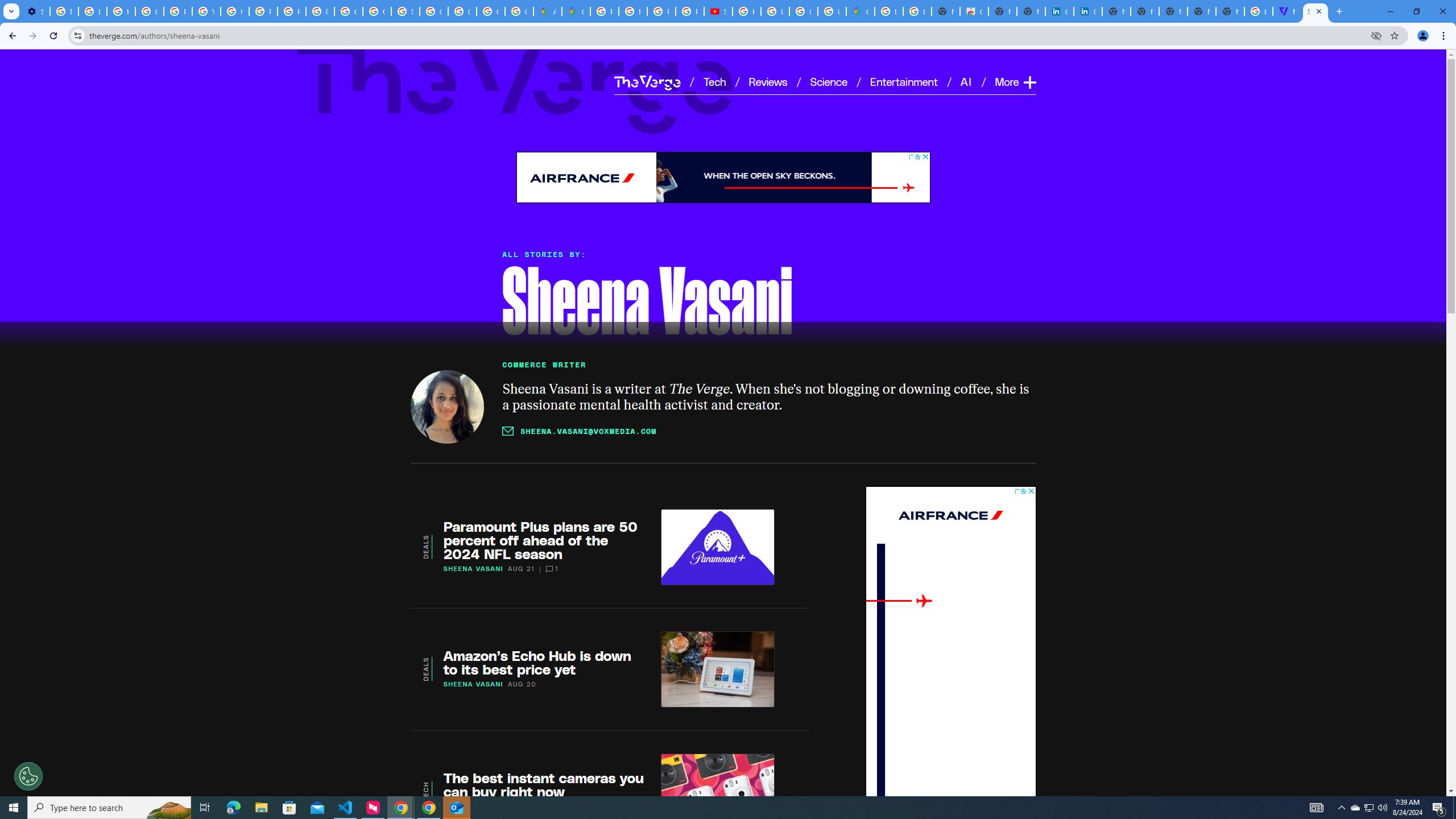 The height and width of the screenshot is (819, 1456). Describe the element at coordinates (1087, 11) in the screenshot. I see `'Cookie Policy | LinkedIn'` at that location.